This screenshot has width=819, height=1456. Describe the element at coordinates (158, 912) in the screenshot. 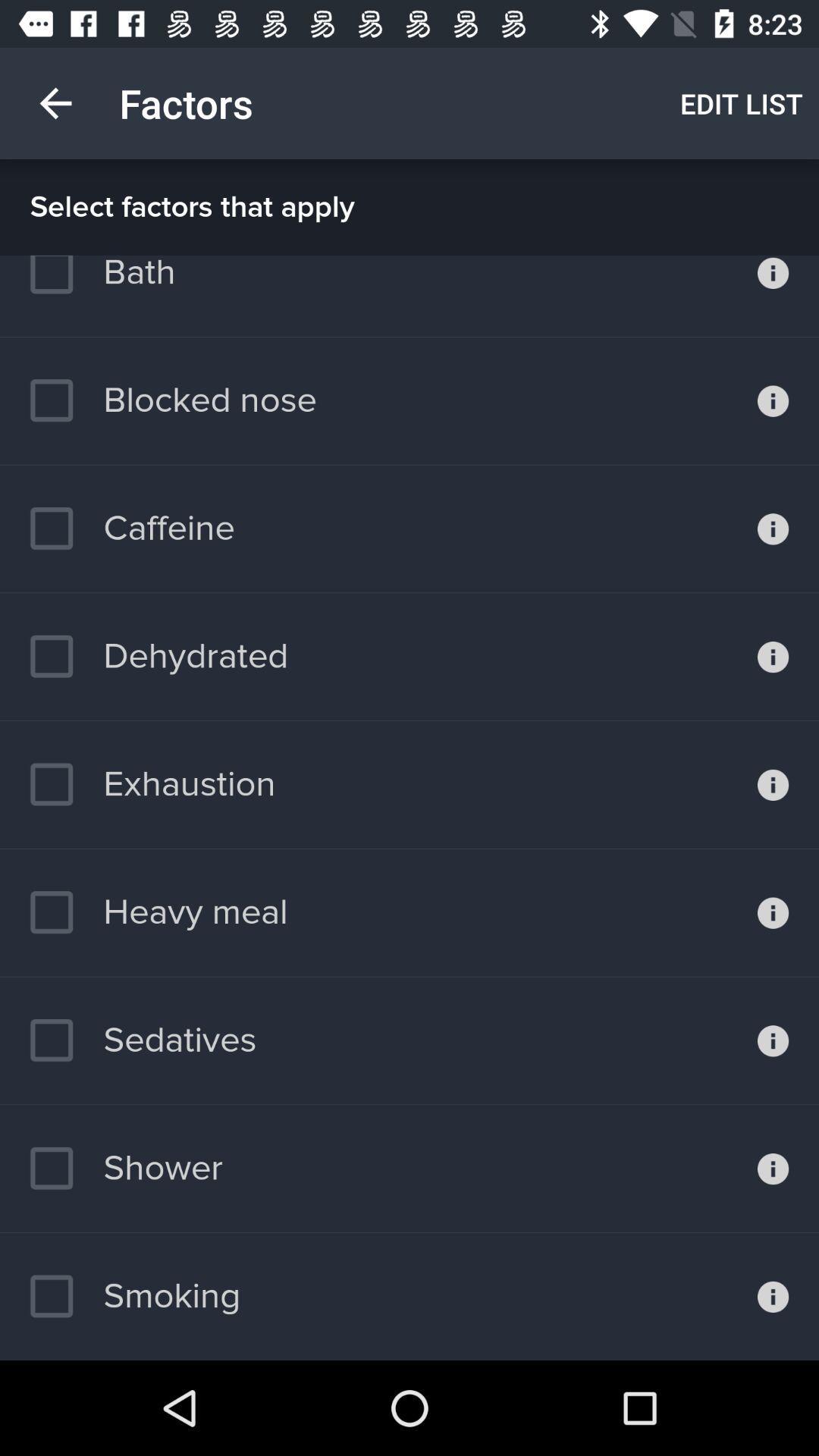

I see `the heavy meal` at that location.